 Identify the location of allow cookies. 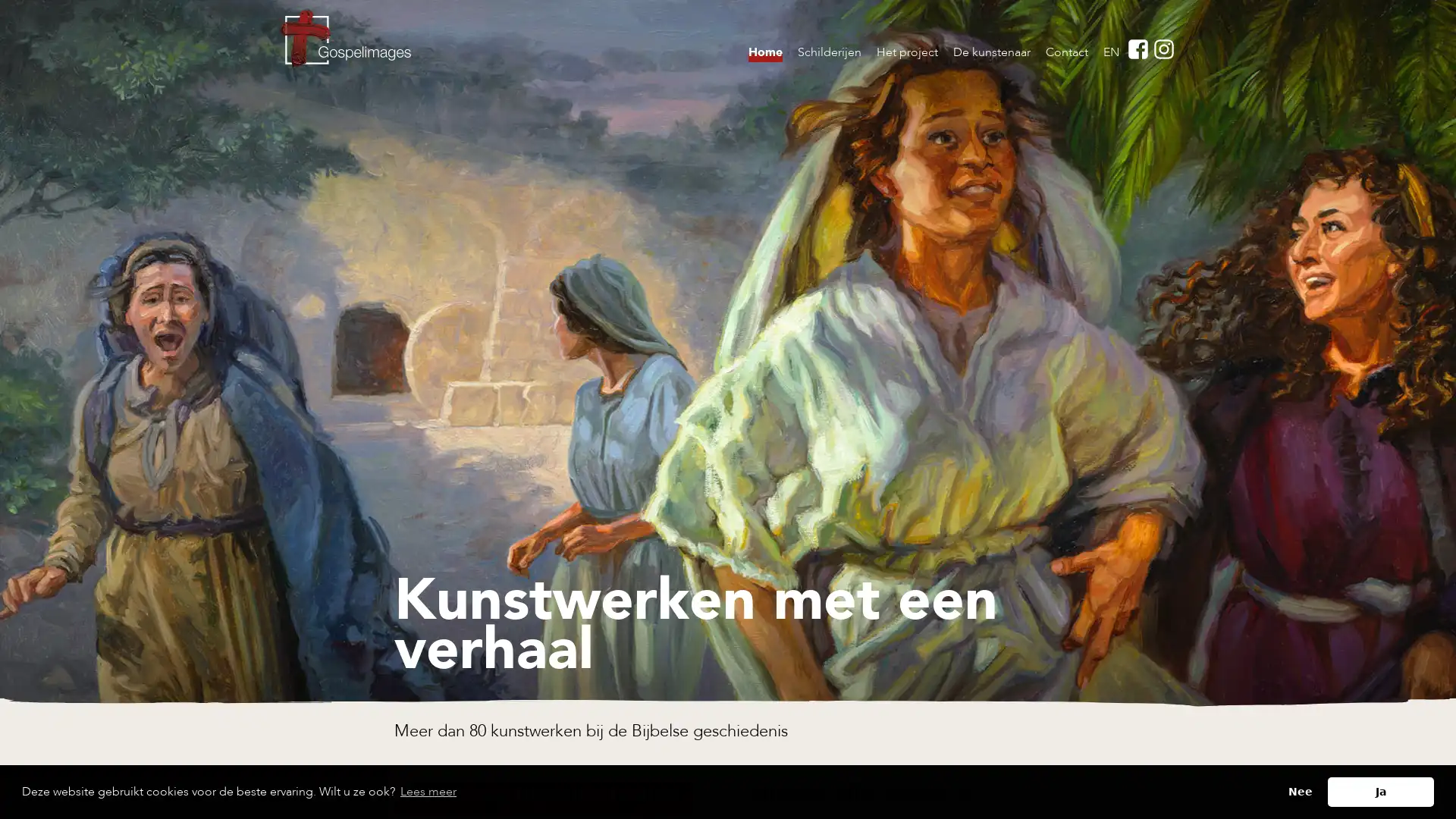
(1380, 791).